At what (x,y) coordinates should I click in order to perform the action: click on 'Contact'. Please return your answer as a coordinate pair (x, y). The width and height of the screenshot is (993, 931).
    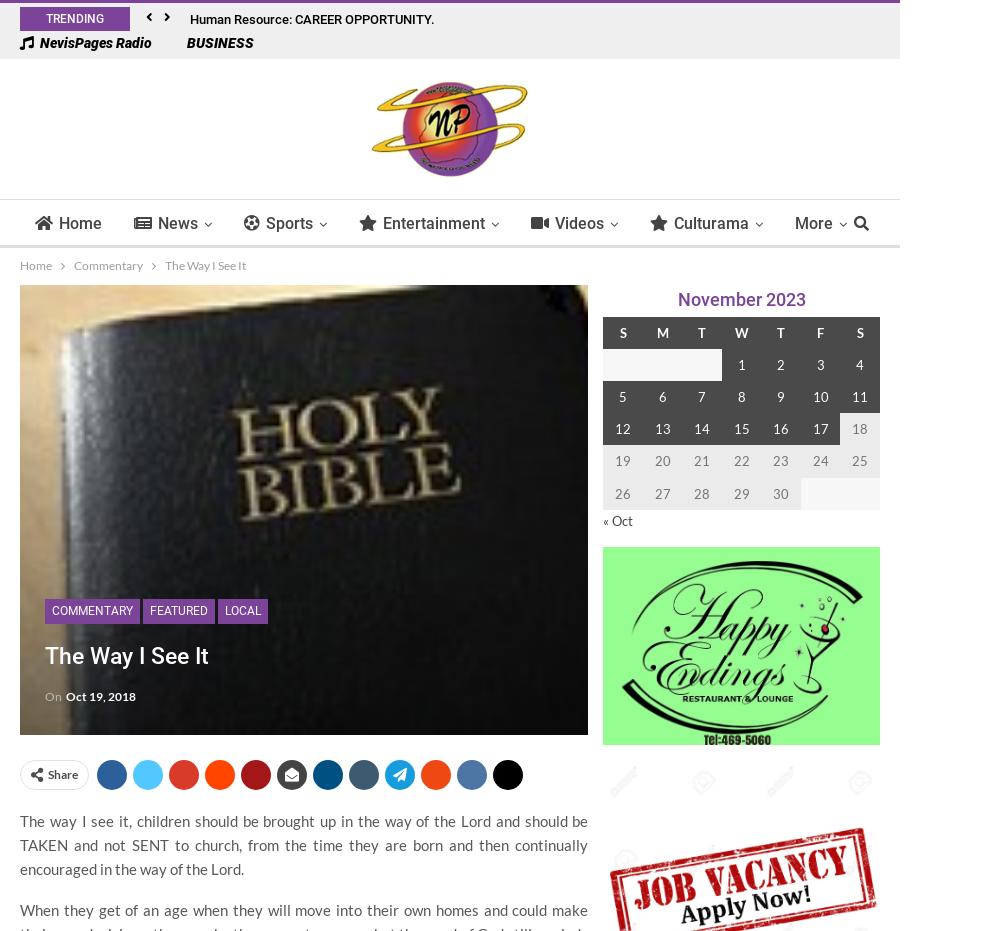
    Looking at the image, I should click on (839, 306).